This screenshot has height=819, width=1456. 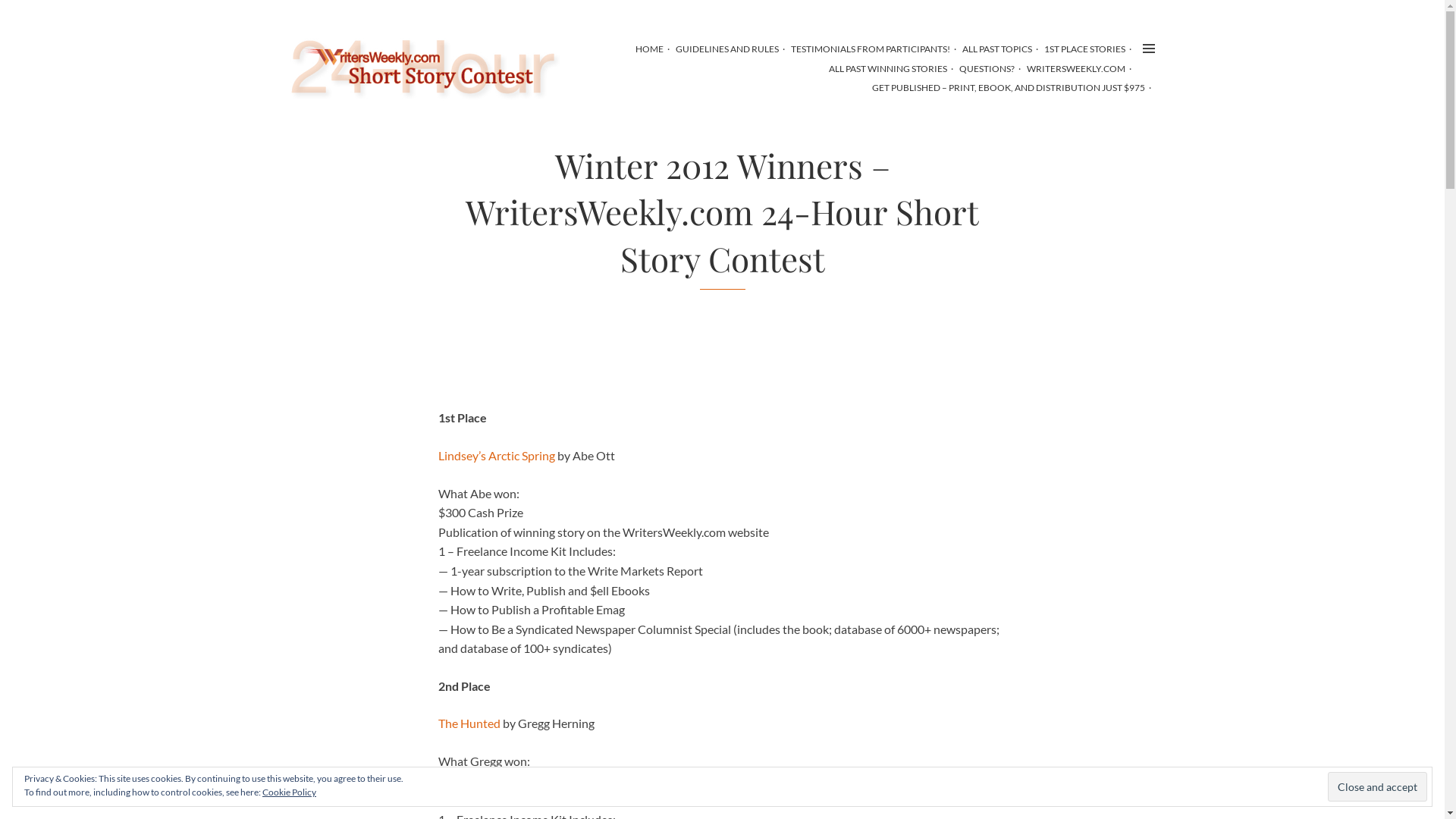 I want to click on 'ALL PAST TOPICS', so click(x=996, y=48).